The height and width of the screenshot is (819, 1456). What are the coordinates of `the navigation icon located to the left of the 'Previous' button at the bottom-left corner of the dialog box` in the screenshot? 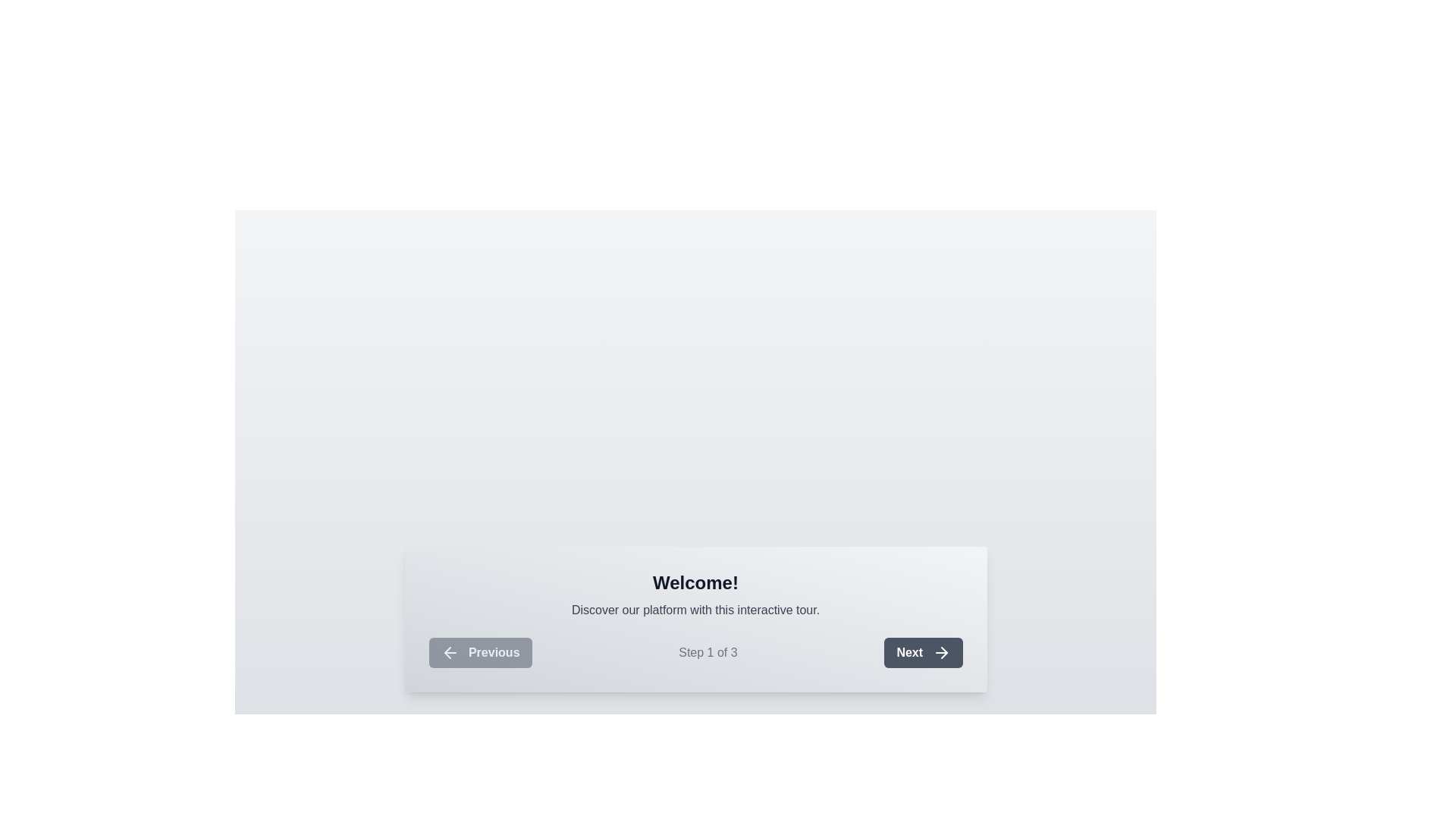 It's located at (449, 652).